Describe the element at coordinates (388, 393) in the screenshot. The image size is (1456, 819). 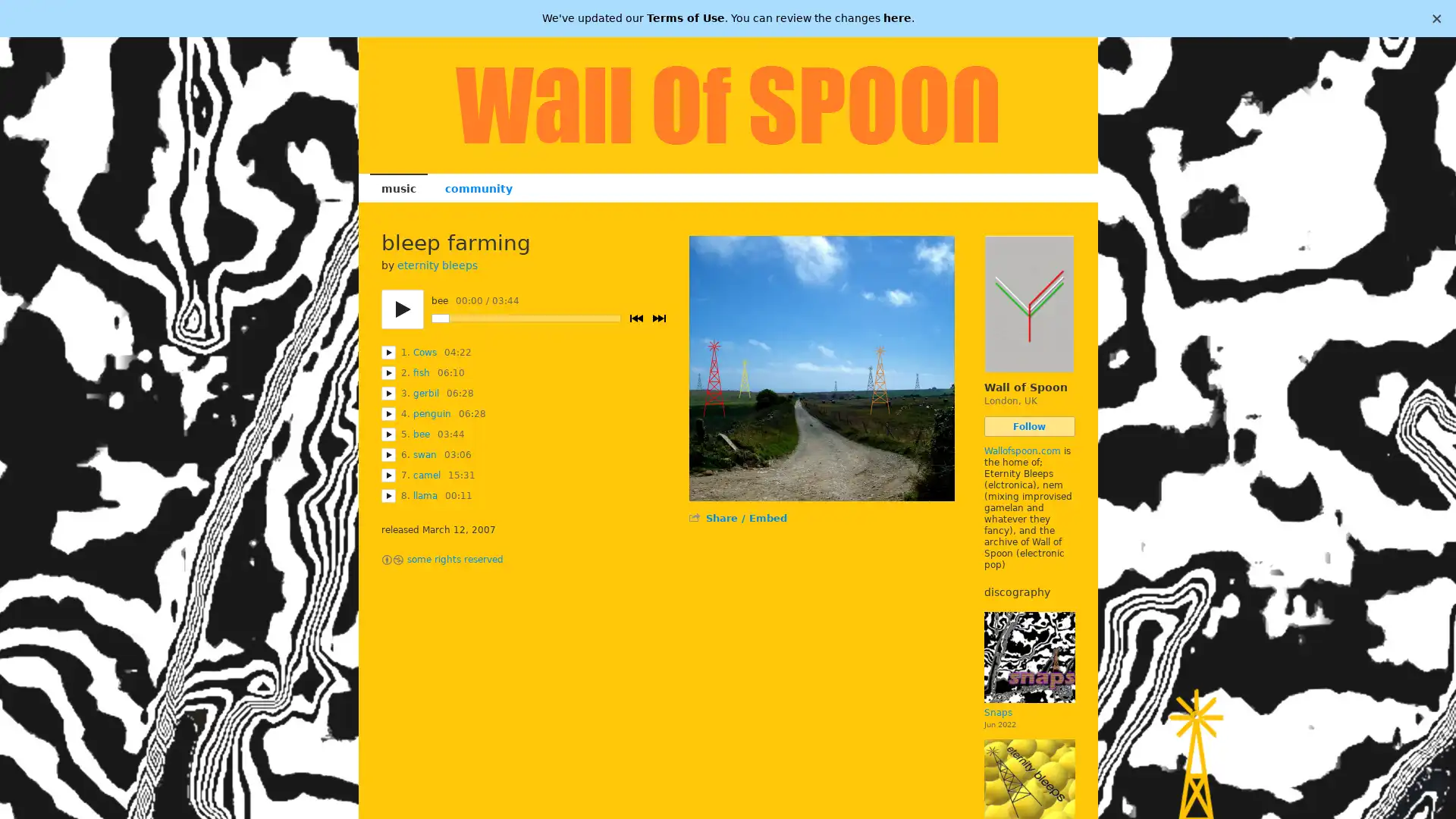
I see `Play gerbil` at that location.